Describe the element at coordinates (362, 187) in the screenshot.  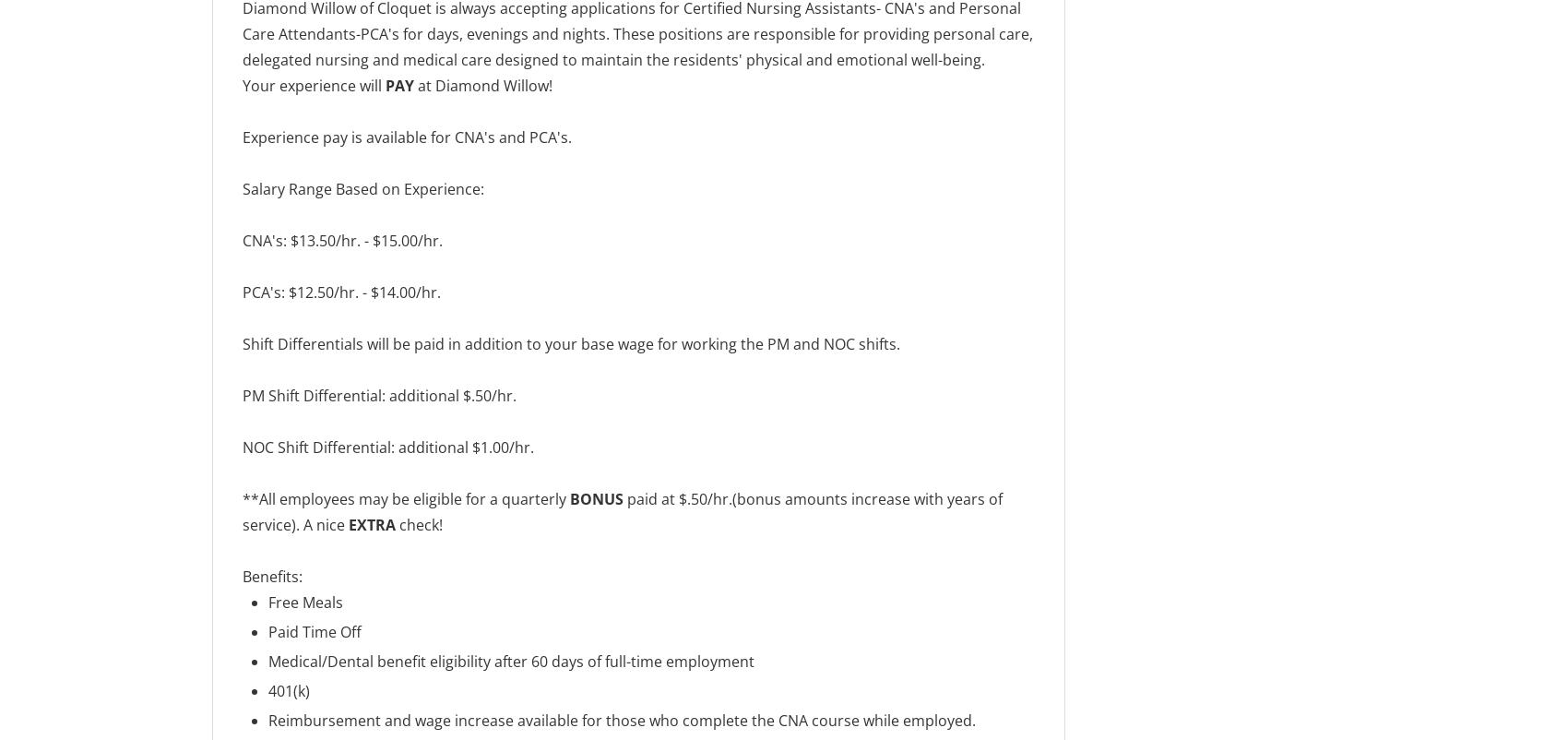
I see `'Salary Range Based on Experience:'` at that location.